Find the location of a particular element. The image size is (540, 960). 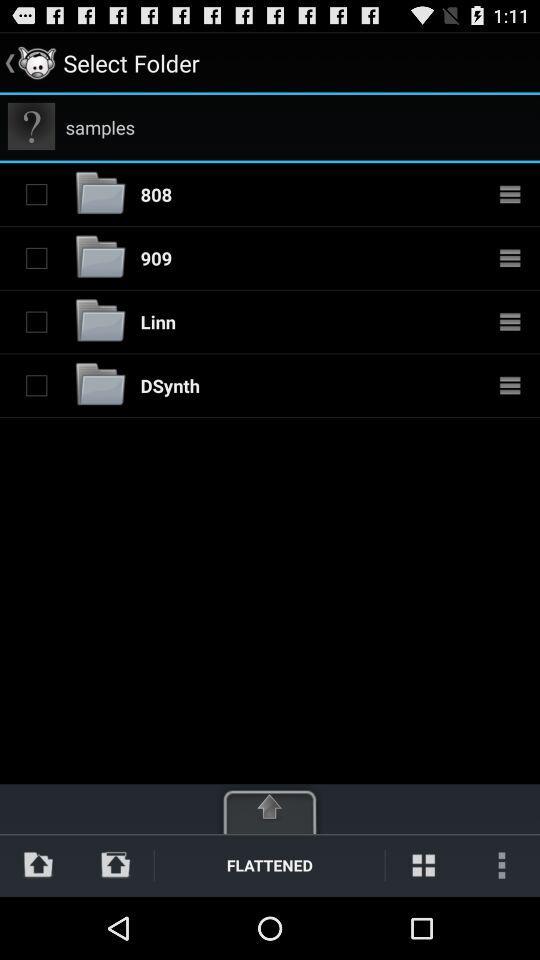

open folder is located at coordinates (100, 384).